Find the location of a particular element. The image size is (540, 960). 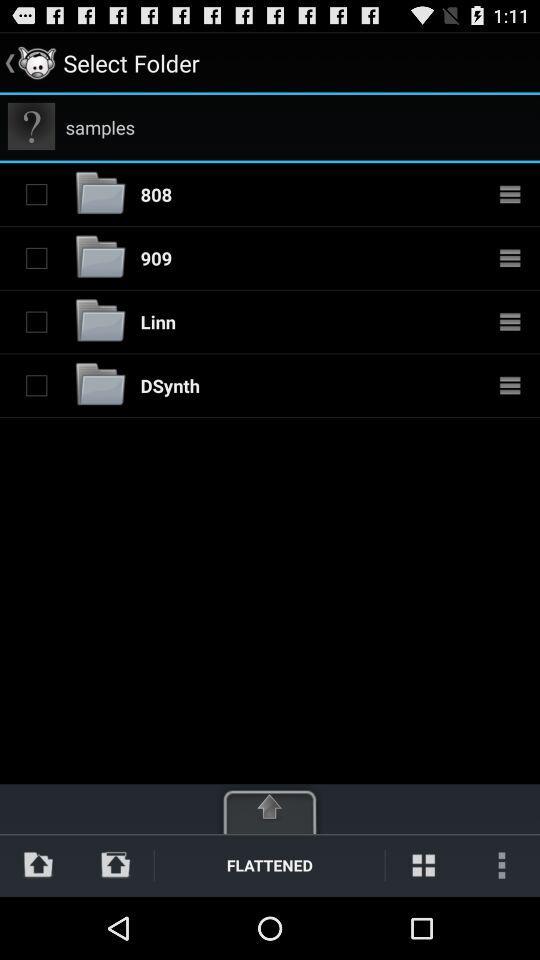

open folder is located at coordinates (100, 384).